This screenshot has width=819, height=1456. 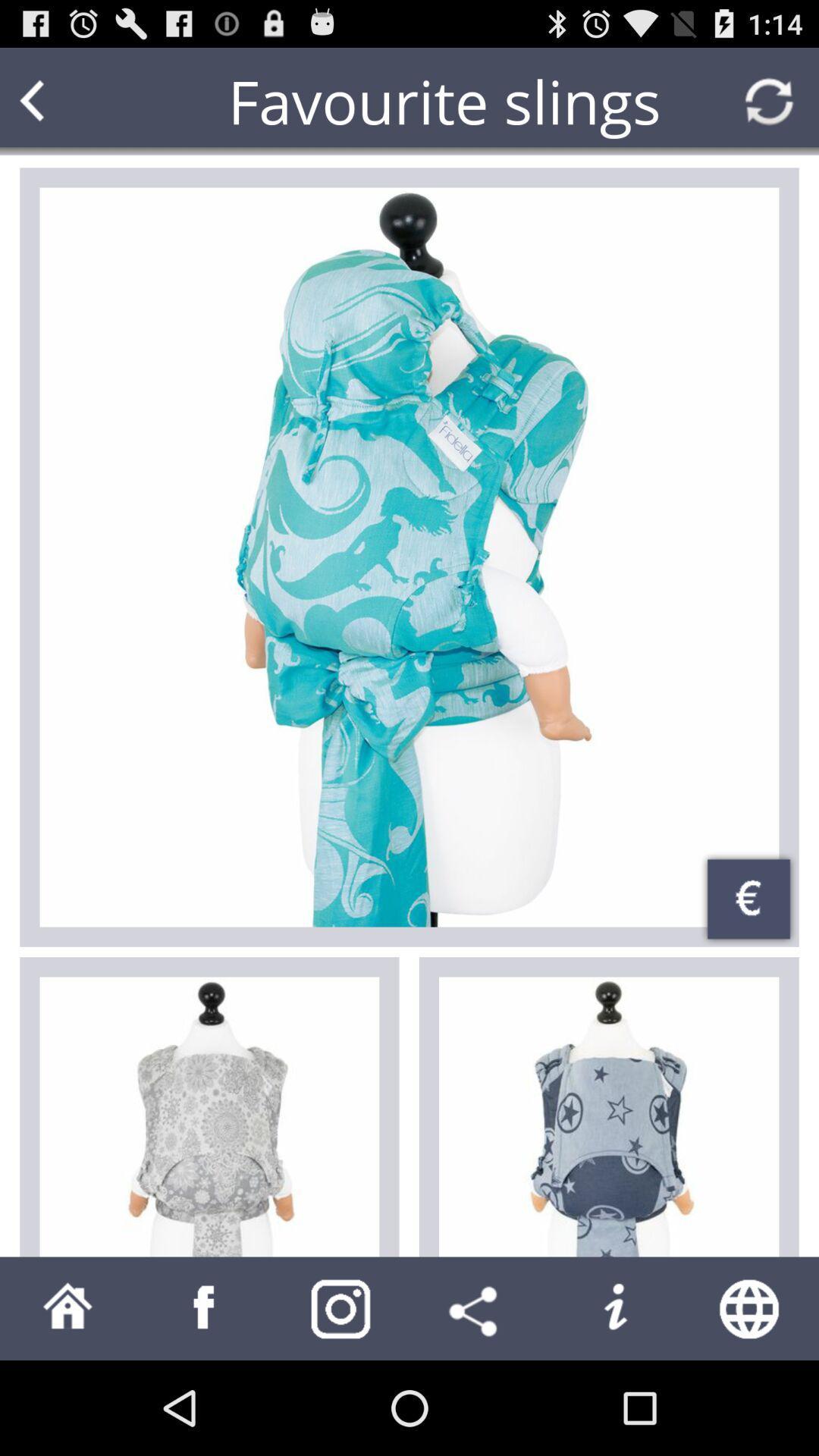 I want to click on first option on the left, so click(x=209, y=1117).